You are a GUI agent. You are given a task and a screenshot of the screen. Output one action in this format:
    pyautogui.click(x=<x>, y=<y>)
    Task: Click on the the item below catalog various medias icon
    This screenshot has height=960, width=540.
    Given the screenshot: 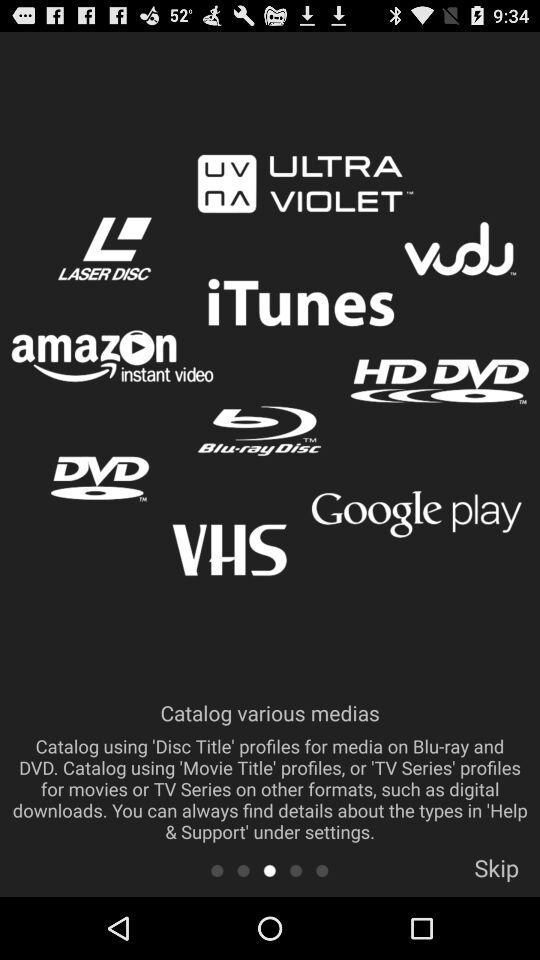 What is the action you would take?
    pyautogui.click(x=269, y=869)
    